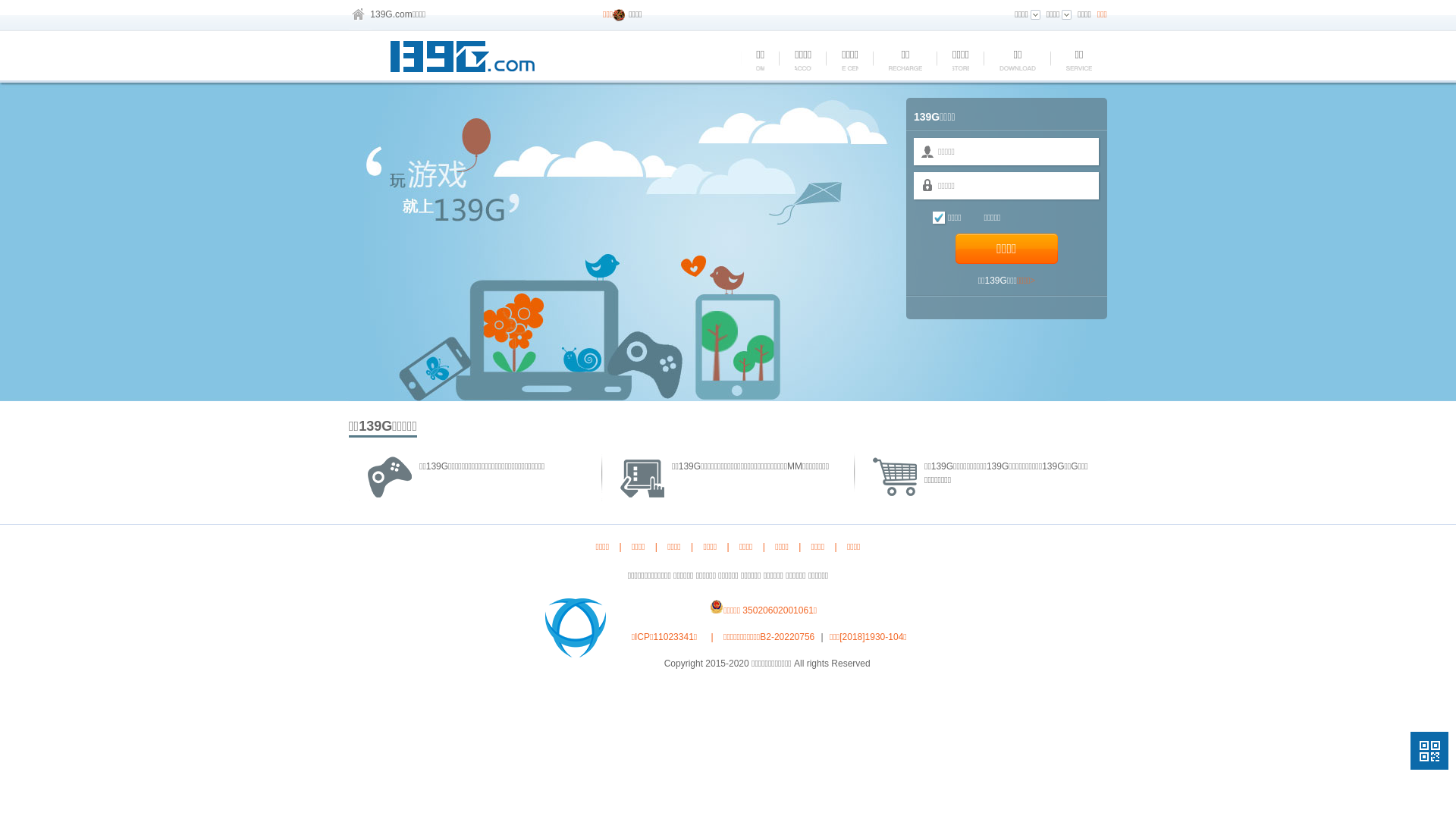  Describe the element at coordinates (391, 14) in the screenshot. I see `'139G.com'` at that location.